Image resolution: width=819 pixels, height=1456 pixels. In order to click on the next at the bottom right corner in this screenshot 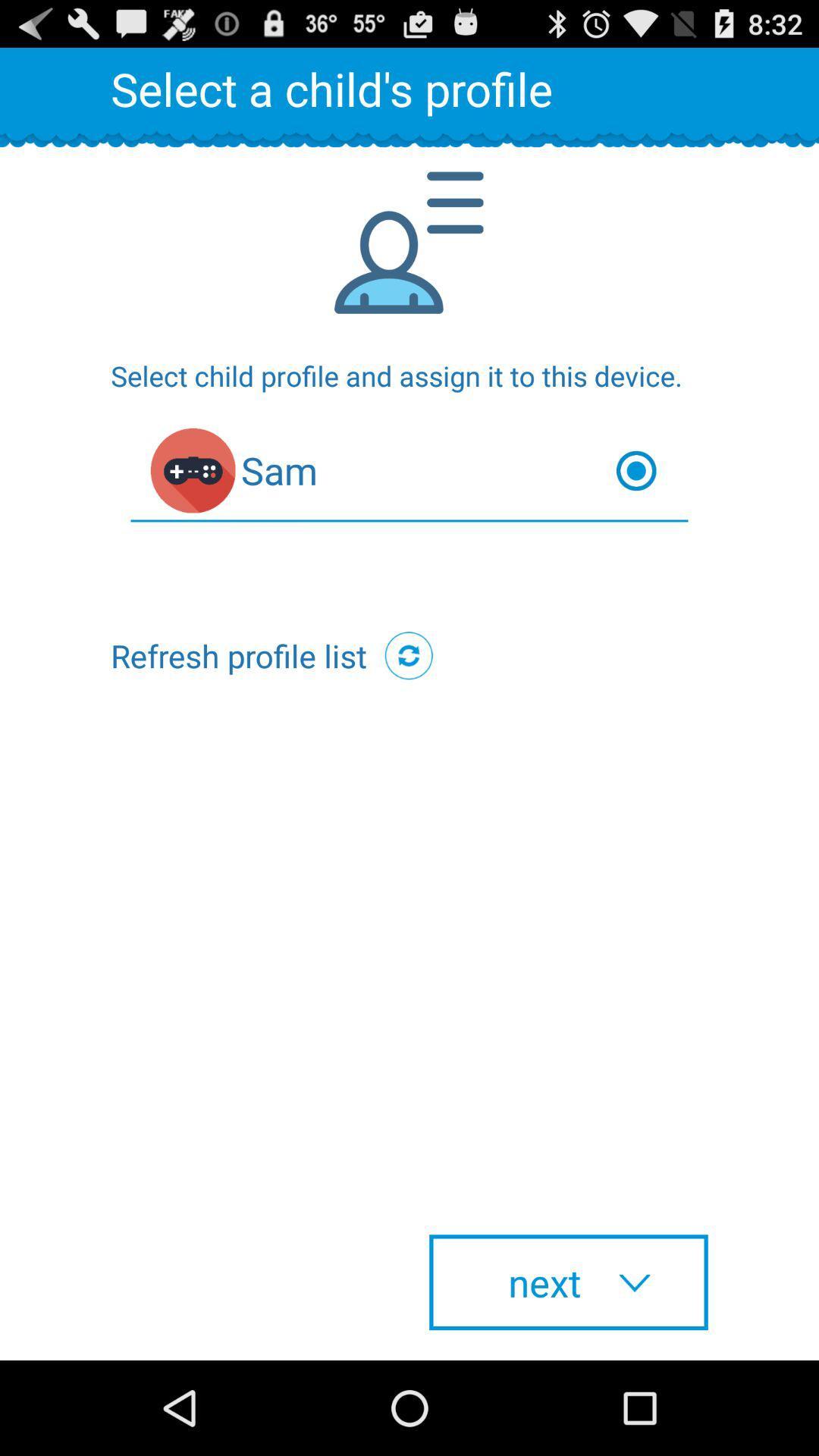, I will do `click(568, 1282)`.